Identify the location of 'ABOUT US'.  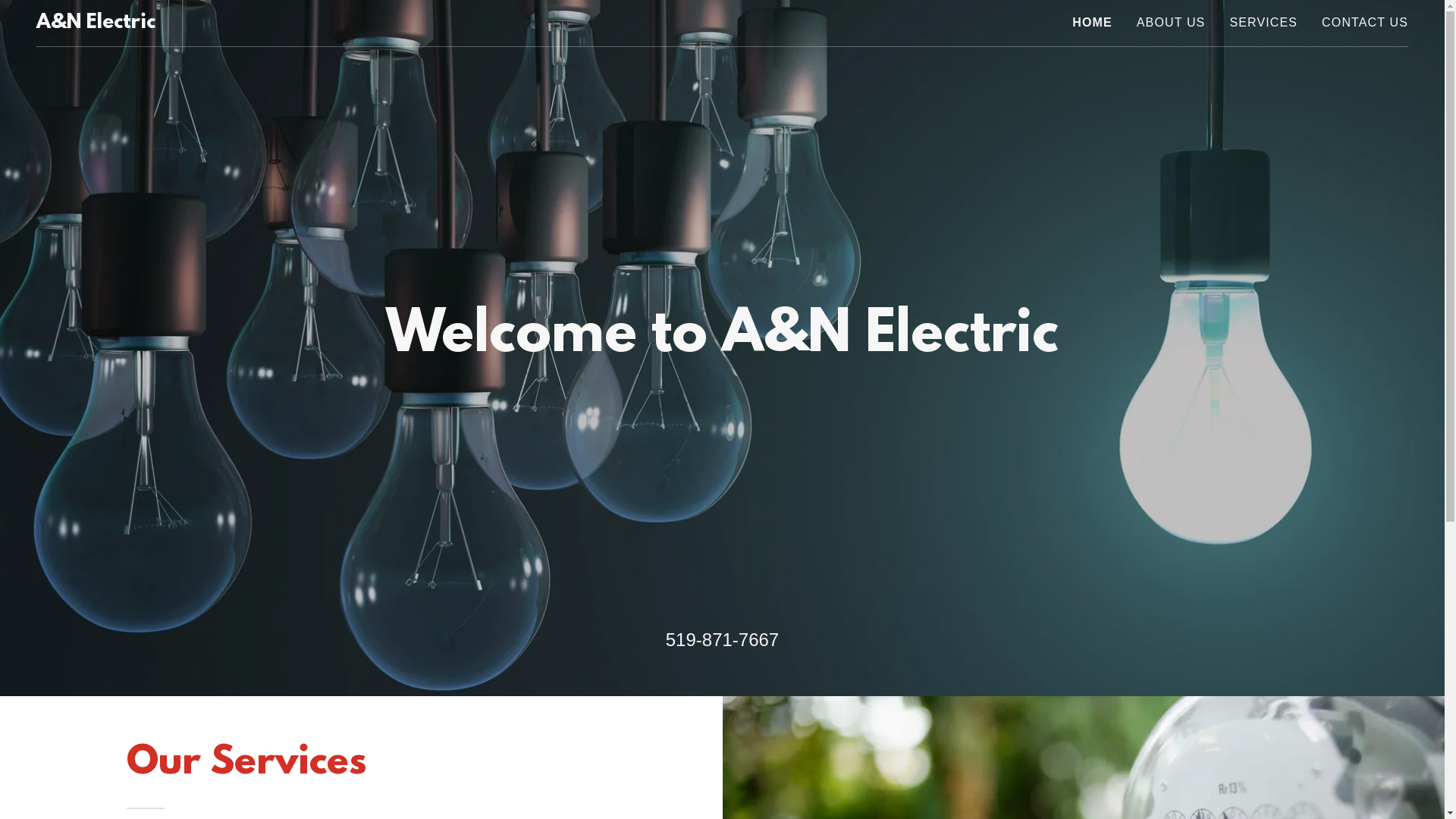
(1170, 23).